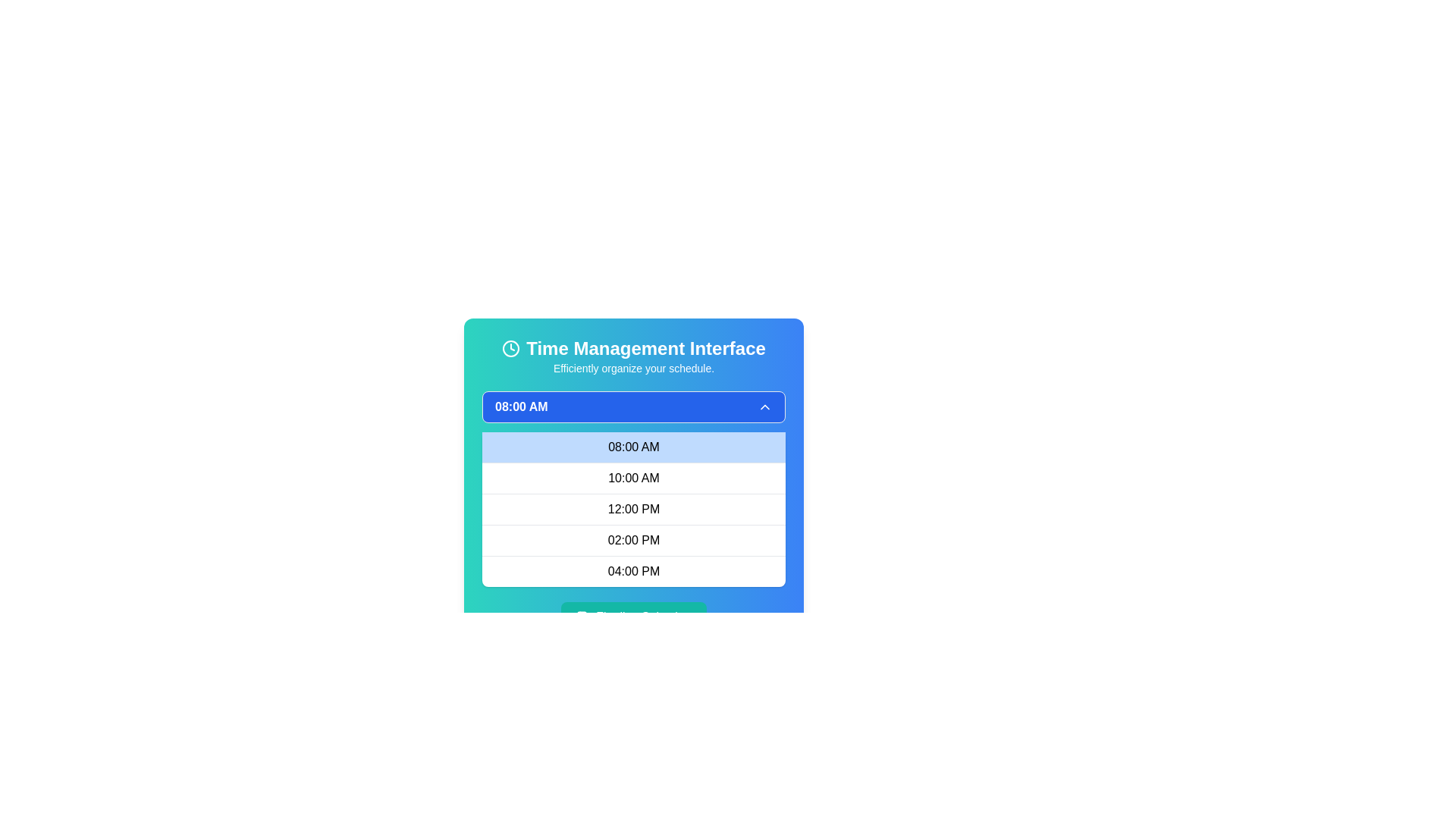 The width and height of the screenshot is (1456, 819). I want to click on the highlighted time slot '10:00 AM' from the dropdown menu located in the Time Management Interface, so click(633, 488).